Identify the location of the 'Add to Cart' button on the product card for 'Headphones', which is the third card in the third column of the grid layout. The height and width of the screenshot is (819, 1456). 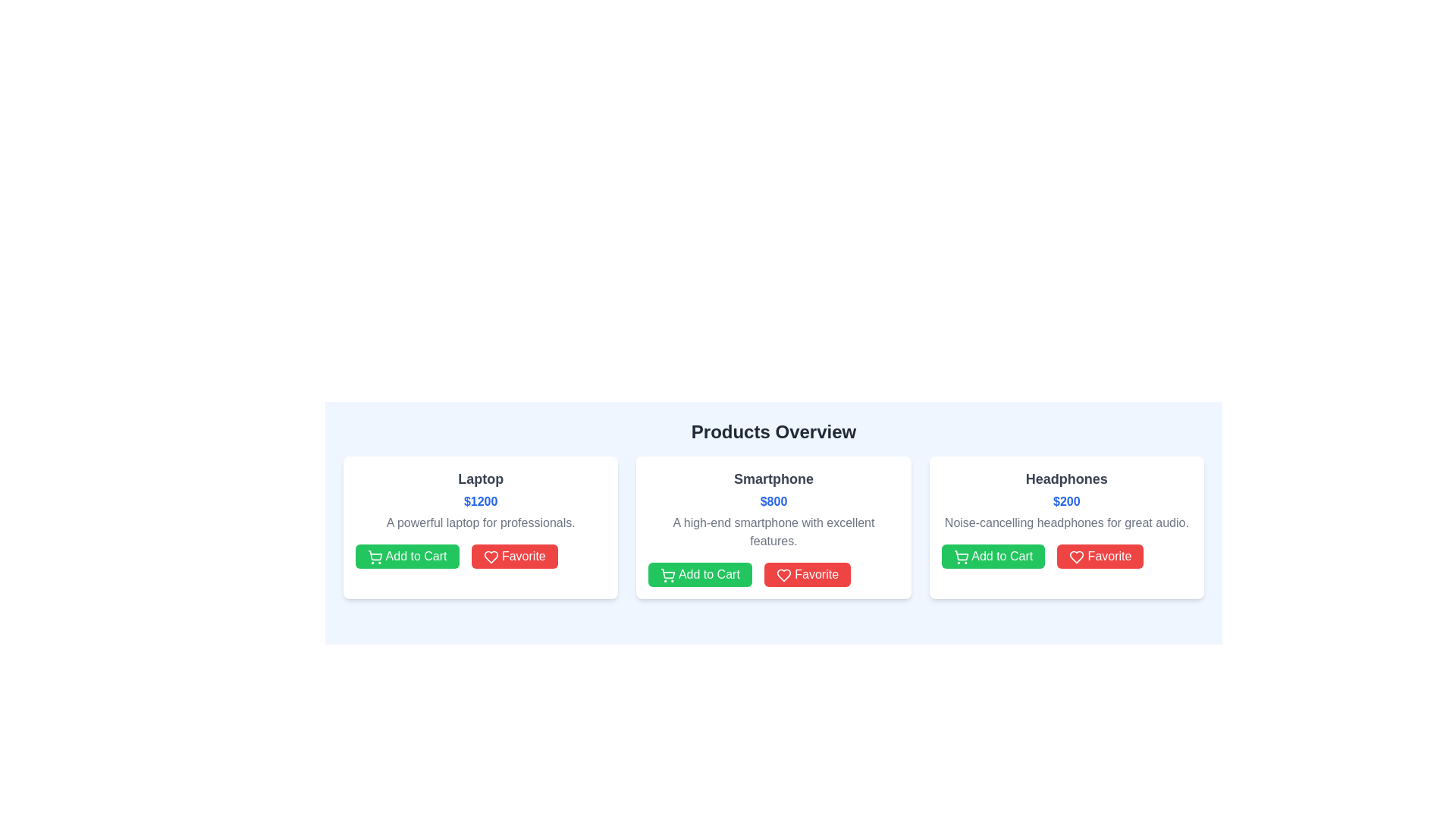
(1065, 526).